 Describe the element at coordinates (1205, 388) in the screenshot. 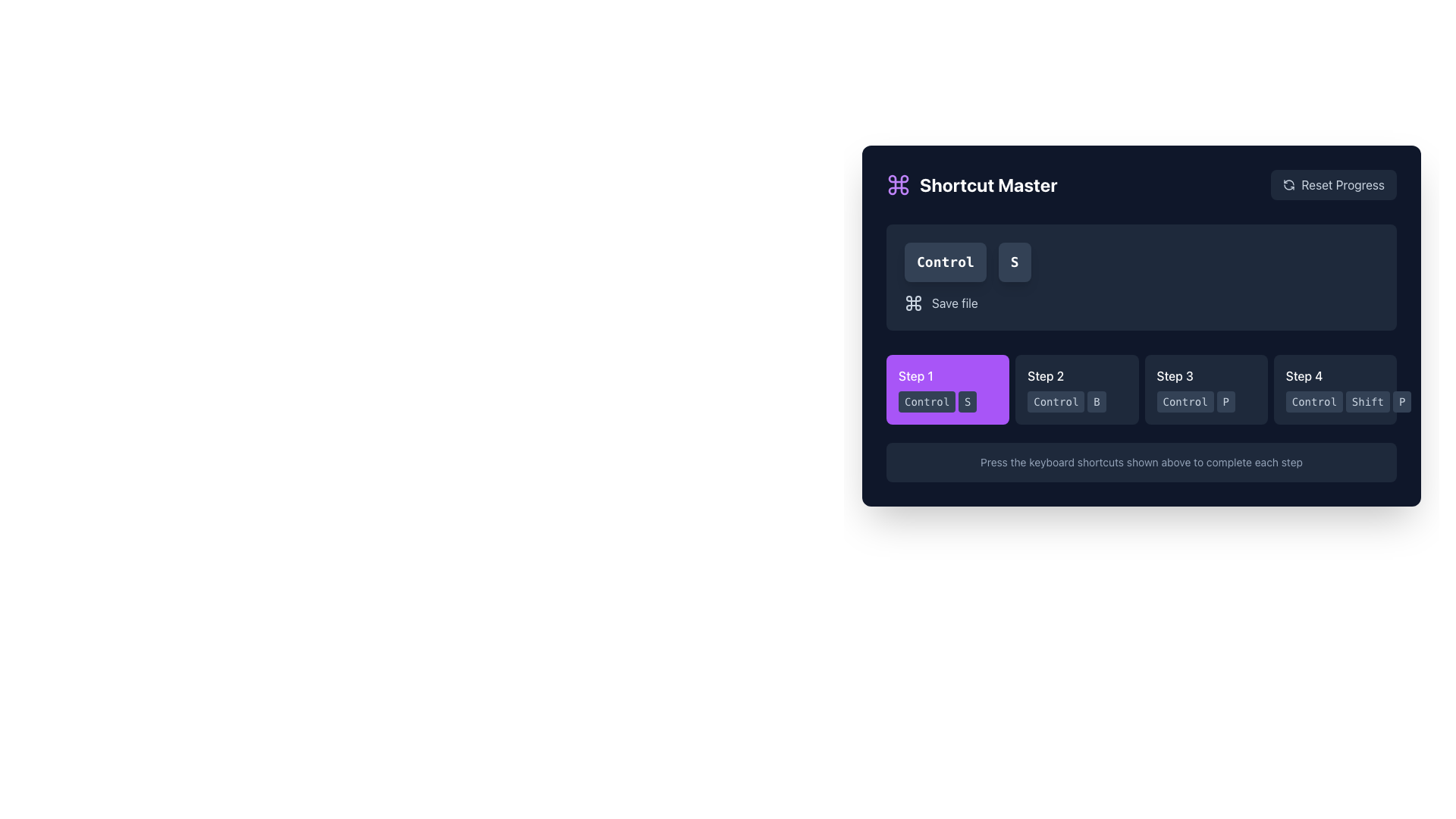

I see `the Card element labeled 'Step 3' with a dark slate blue background located in the third position of the step-grid layout` at that location.